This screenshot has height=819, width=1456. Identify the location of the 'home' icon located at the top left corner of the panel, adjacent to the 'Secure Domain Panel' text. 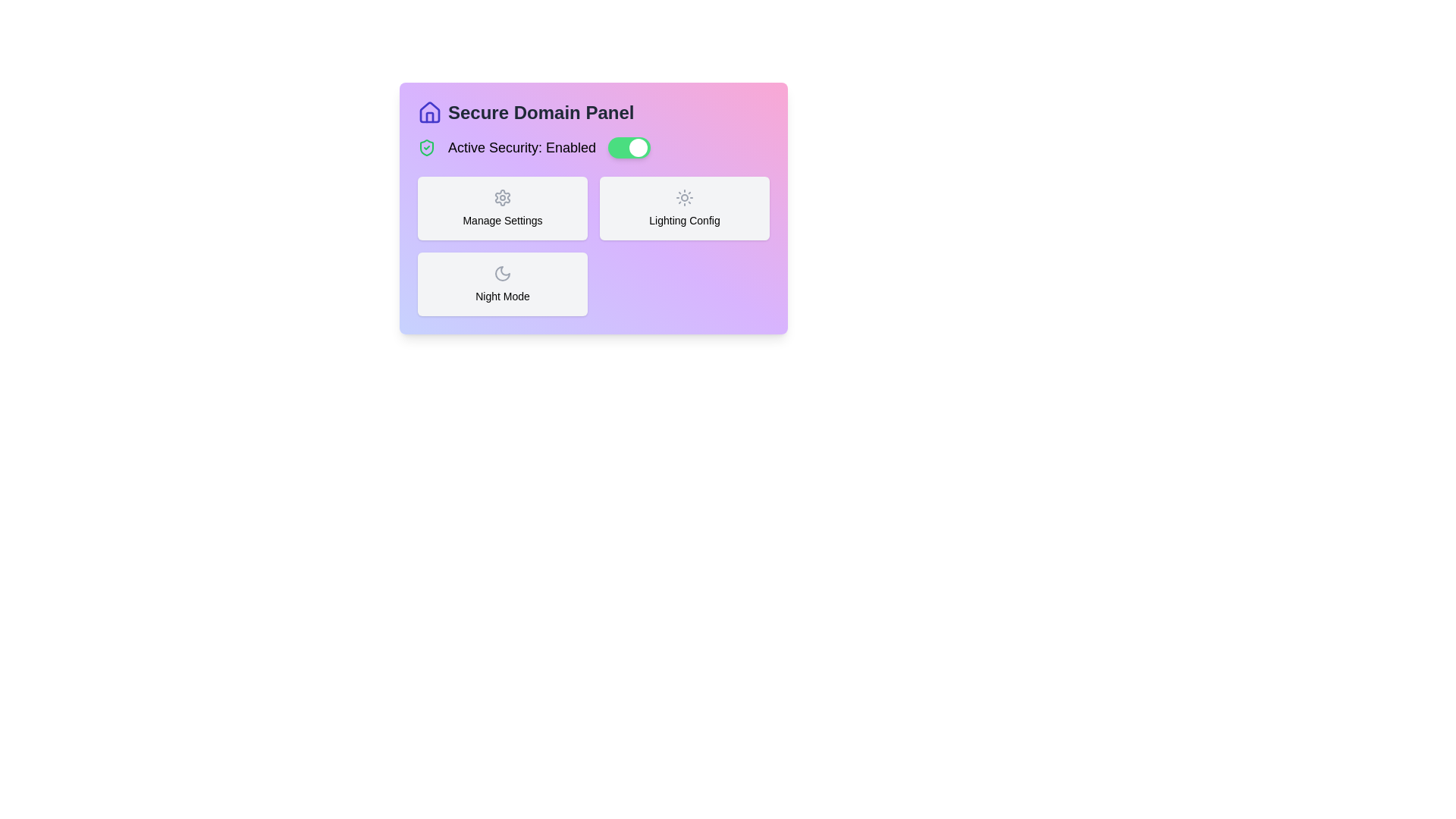
(428, 112).